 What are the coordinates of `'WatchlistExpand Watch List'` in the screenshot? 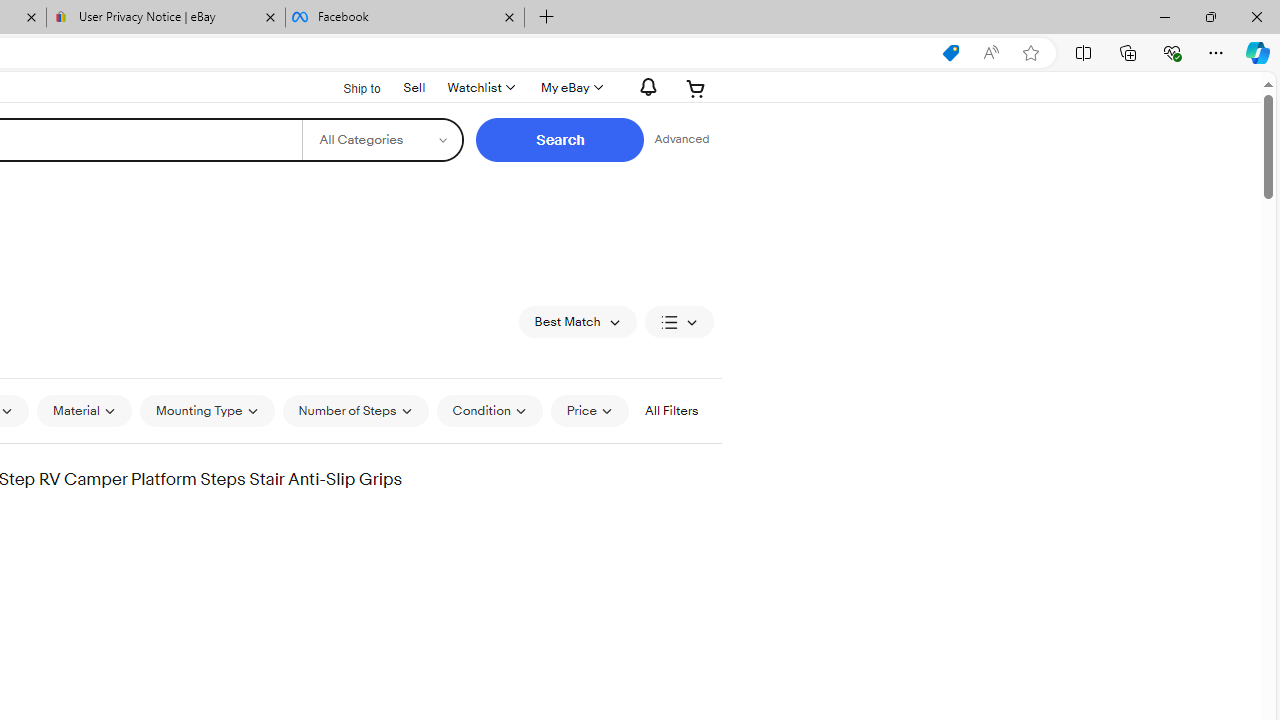 It's located at (480, 87).